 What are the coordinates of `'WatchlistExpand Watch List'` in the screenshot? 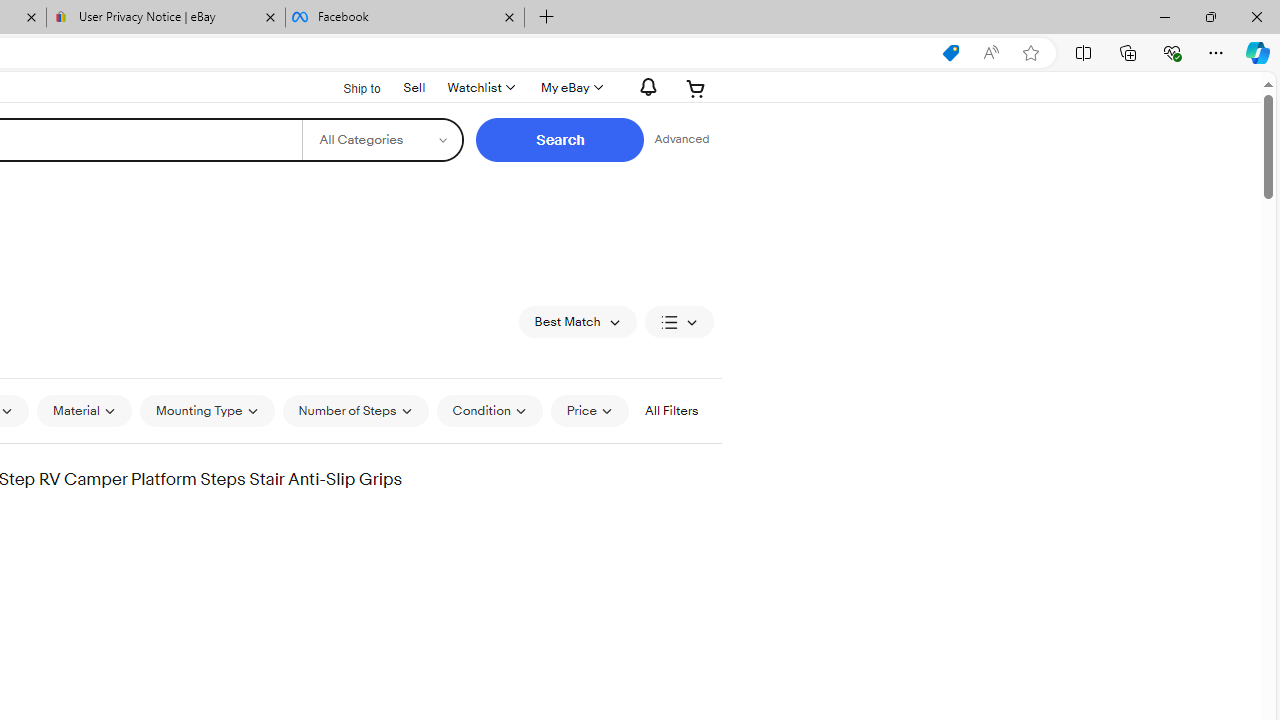 It's located at (480, 87).